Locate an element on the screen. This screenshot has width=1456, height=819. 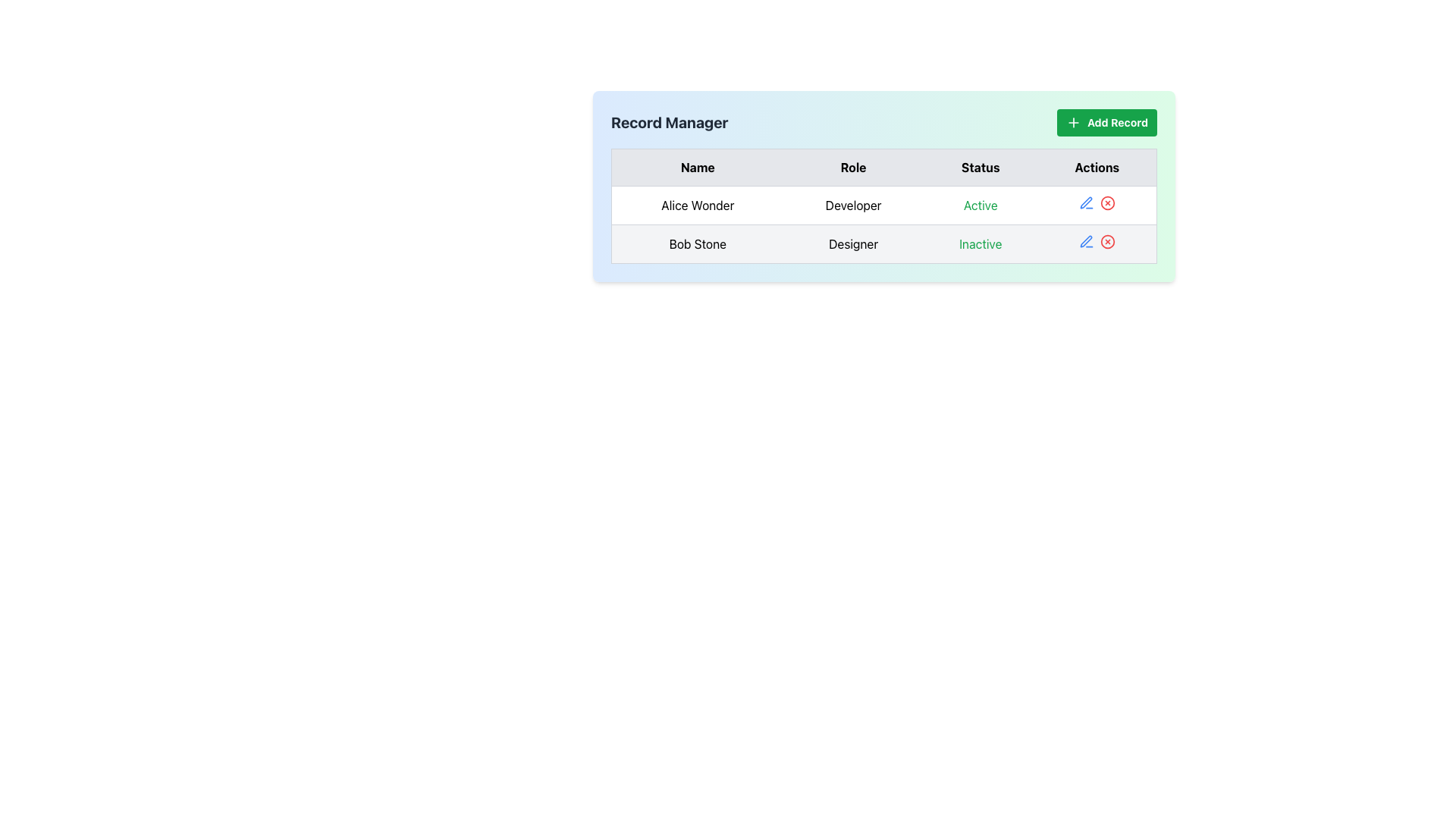
the text 'Bob Stone' which is styled in black and located in the first cell of the second row under the 'Name' column in the table is located at coordinates (697, 243).